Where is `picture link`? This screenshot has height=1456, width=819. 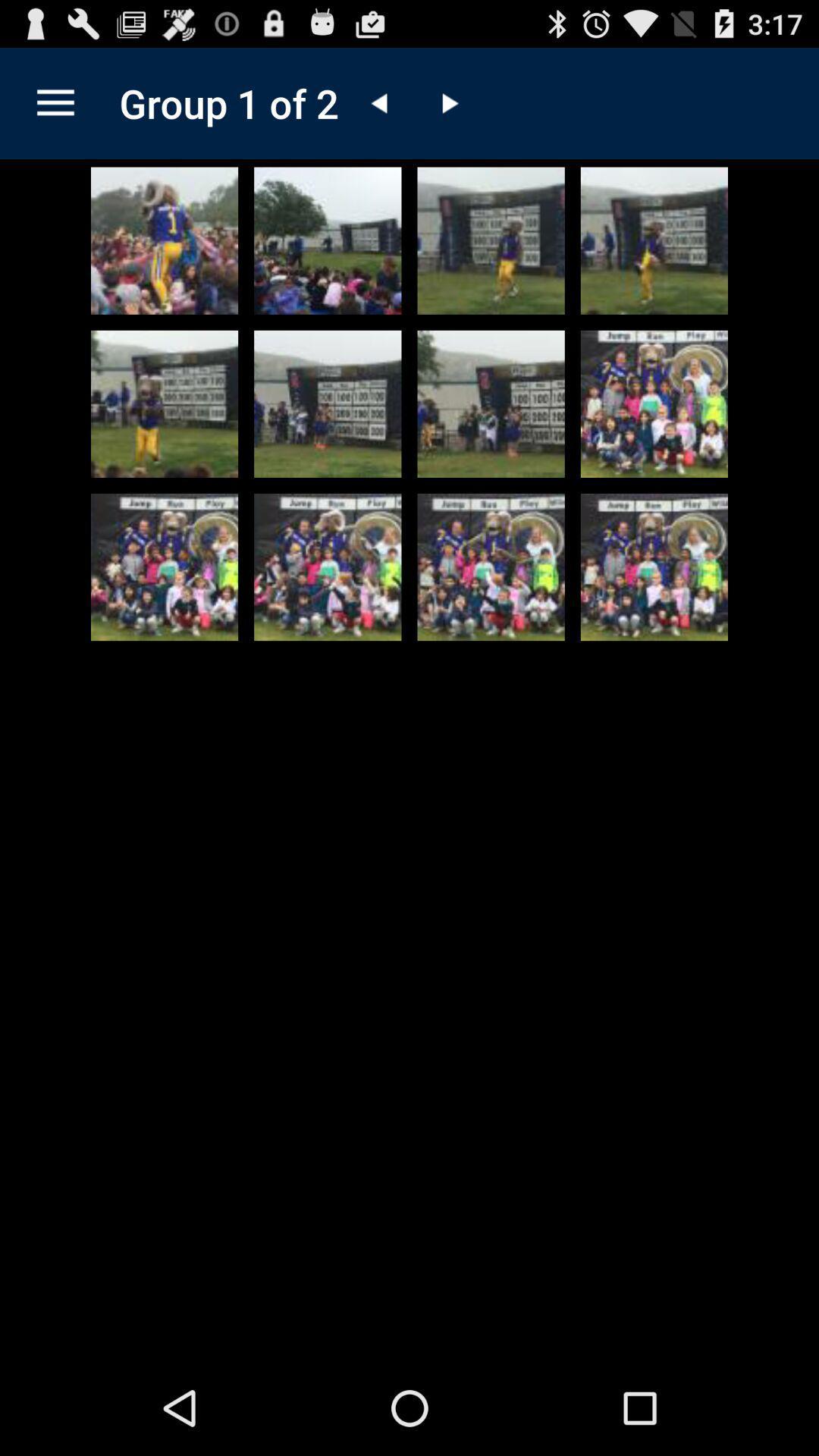
picture link is located at coordinates (165, 403).